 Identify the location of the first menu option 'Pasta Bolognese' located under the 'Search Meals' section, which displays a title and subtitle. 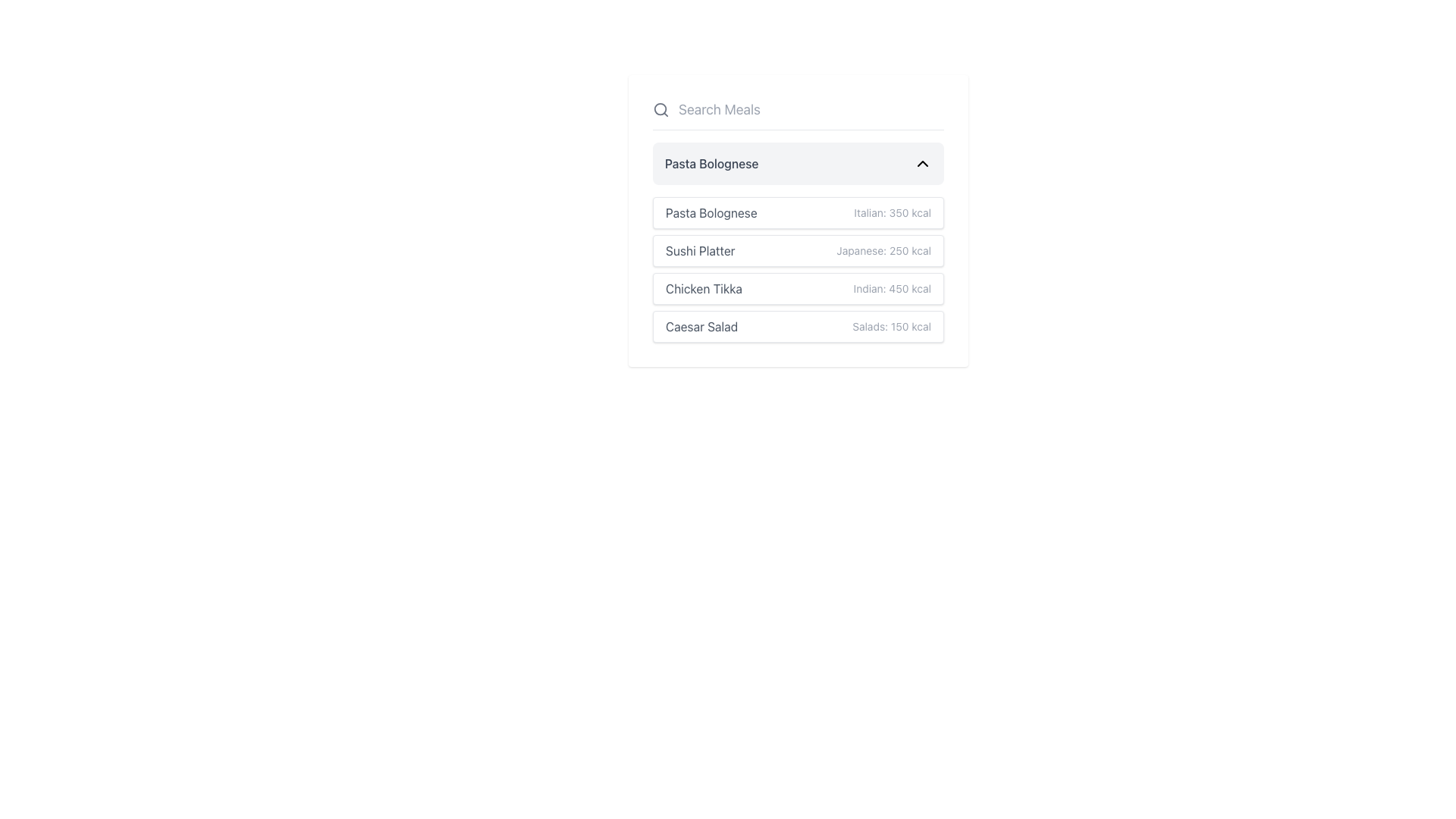
(797, 213).